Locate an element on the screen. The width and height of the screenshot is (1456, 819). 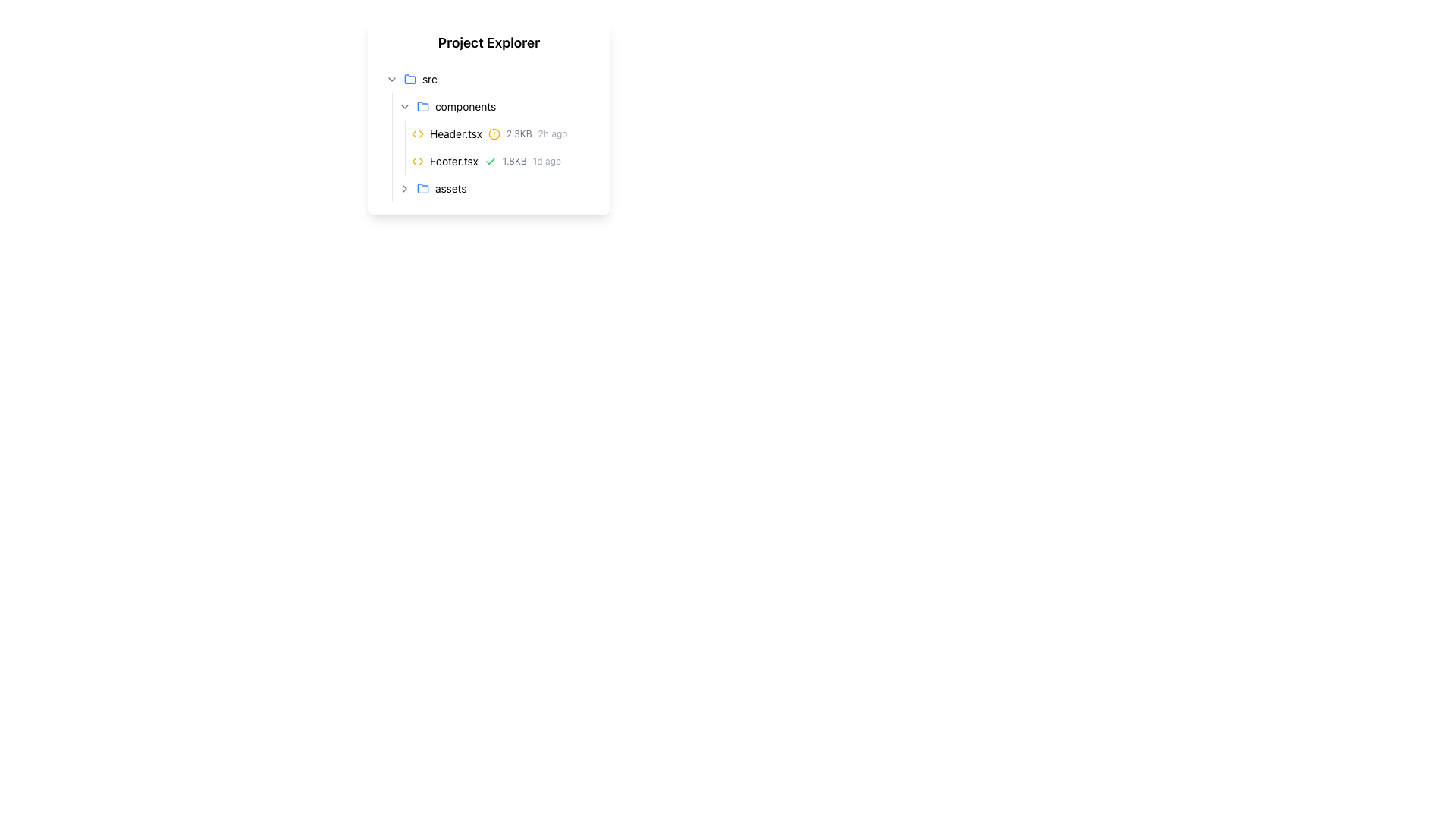
the 'Footer.tsx' file entry is located at coordinates (502, 161).